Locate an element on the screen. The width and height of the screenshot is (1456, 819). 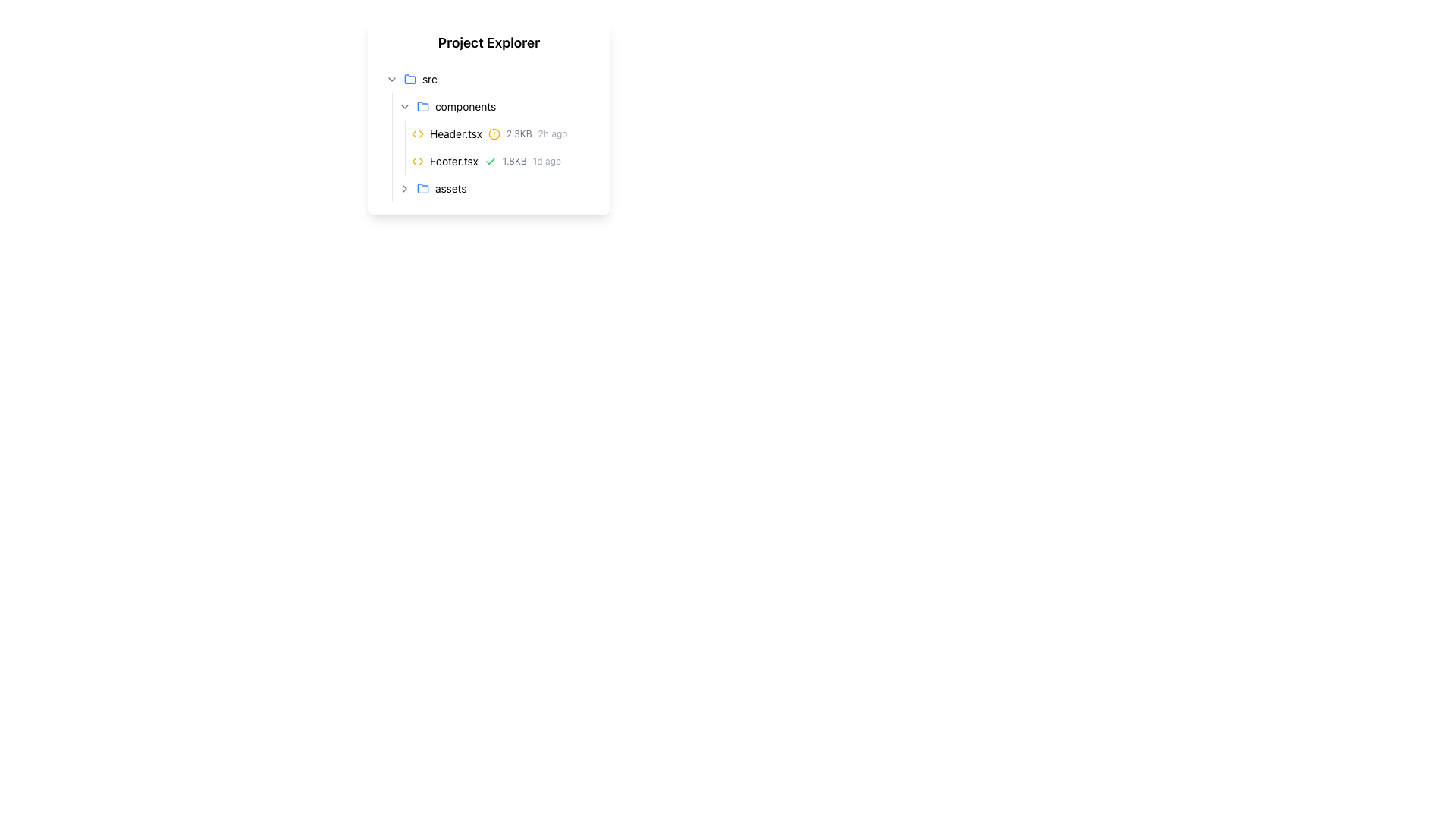
the 'Footer.tsx' file entry is located at coordinates (502, 161).